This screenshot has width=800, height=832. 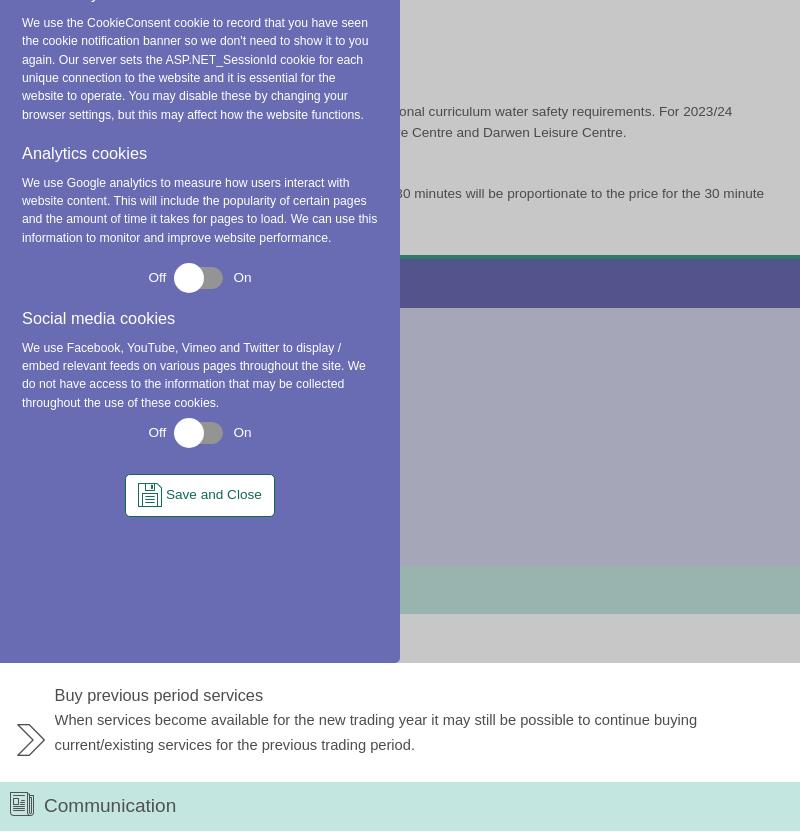 What do you see at coordinates (612, 26) in the screenshot?
I see `'School Swimming Dry Weeks 2023-2024 (DOC , 2.66 KB)'` at bounding box center [612, 26].